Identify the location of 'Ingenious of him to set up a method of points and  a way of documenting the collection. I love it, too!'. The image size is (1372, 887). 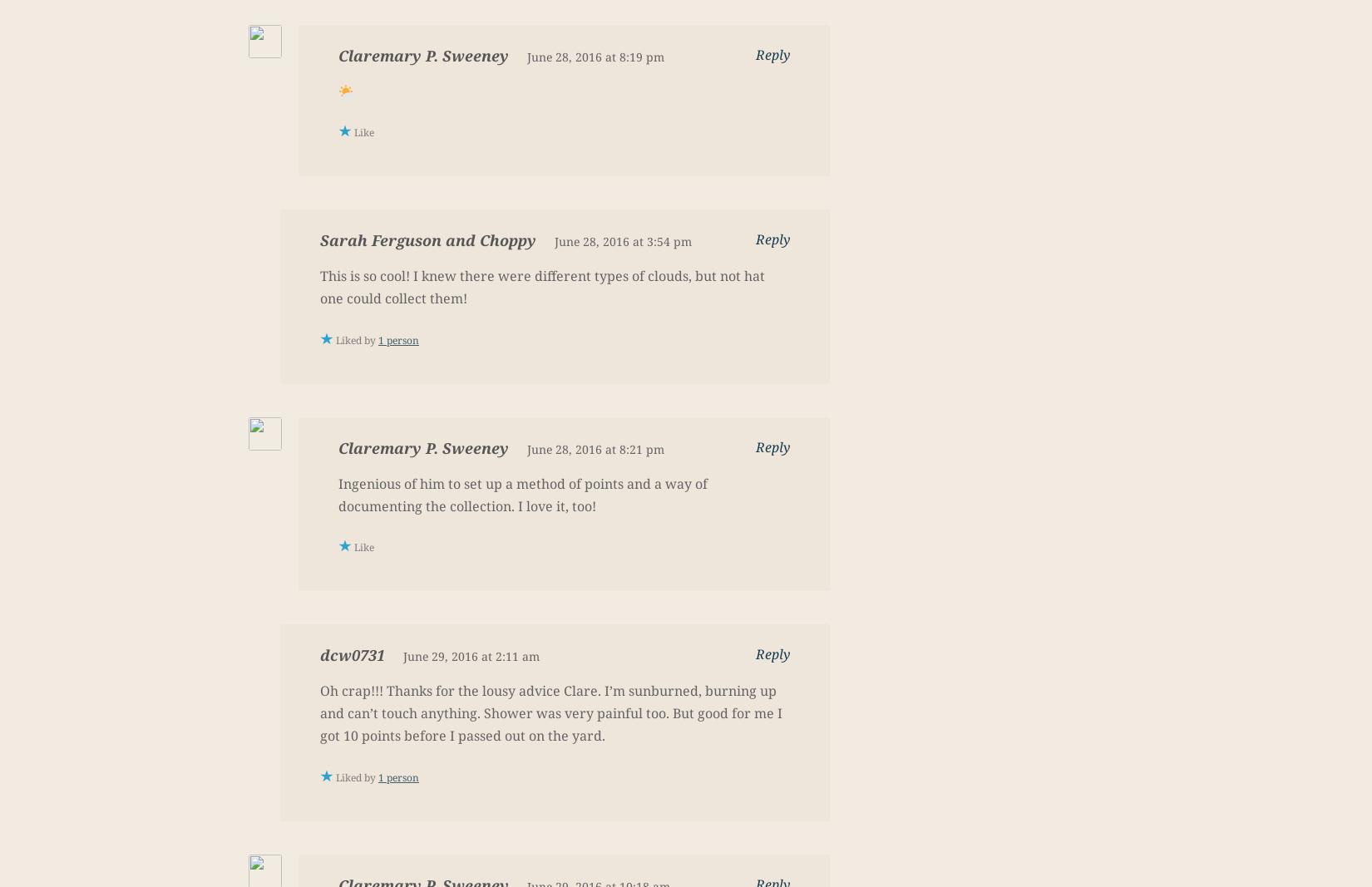
(338, 494).